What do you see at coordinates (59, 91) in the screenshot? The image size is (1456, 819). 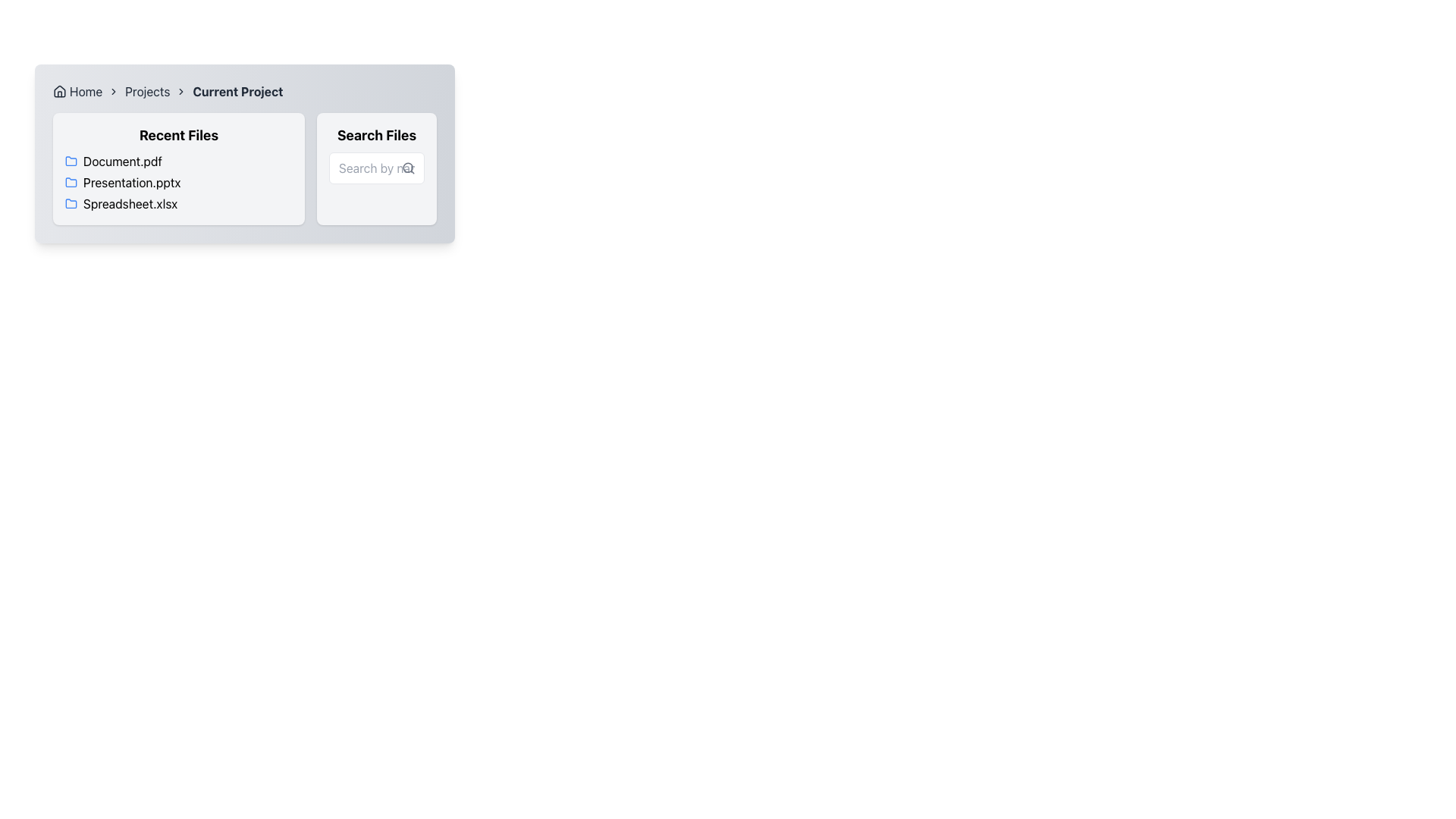 I see `the minimalist line art house icon located to the left of the 'Home' breadcrumb text` at bounding box center [59, 91].